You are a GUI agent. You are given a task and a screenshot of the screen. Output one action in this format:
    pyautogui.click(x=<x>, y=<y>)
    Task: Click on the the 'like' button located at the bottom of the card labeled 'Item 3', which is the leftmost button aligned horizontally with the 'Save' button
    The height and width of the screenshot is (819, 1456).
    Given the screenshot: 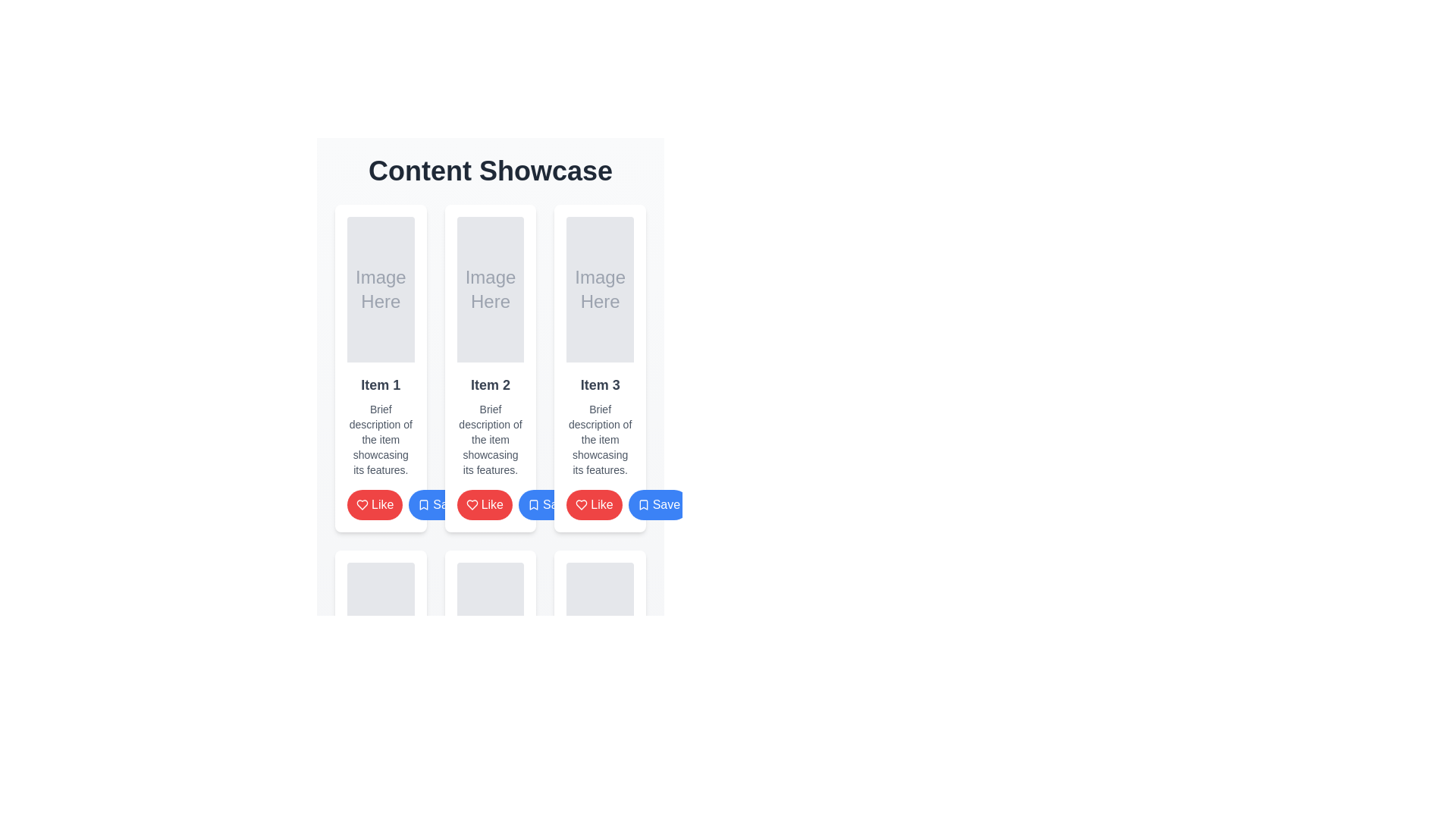 What is the action you would take?
    pyautogui.click(x=593, y=505)
    